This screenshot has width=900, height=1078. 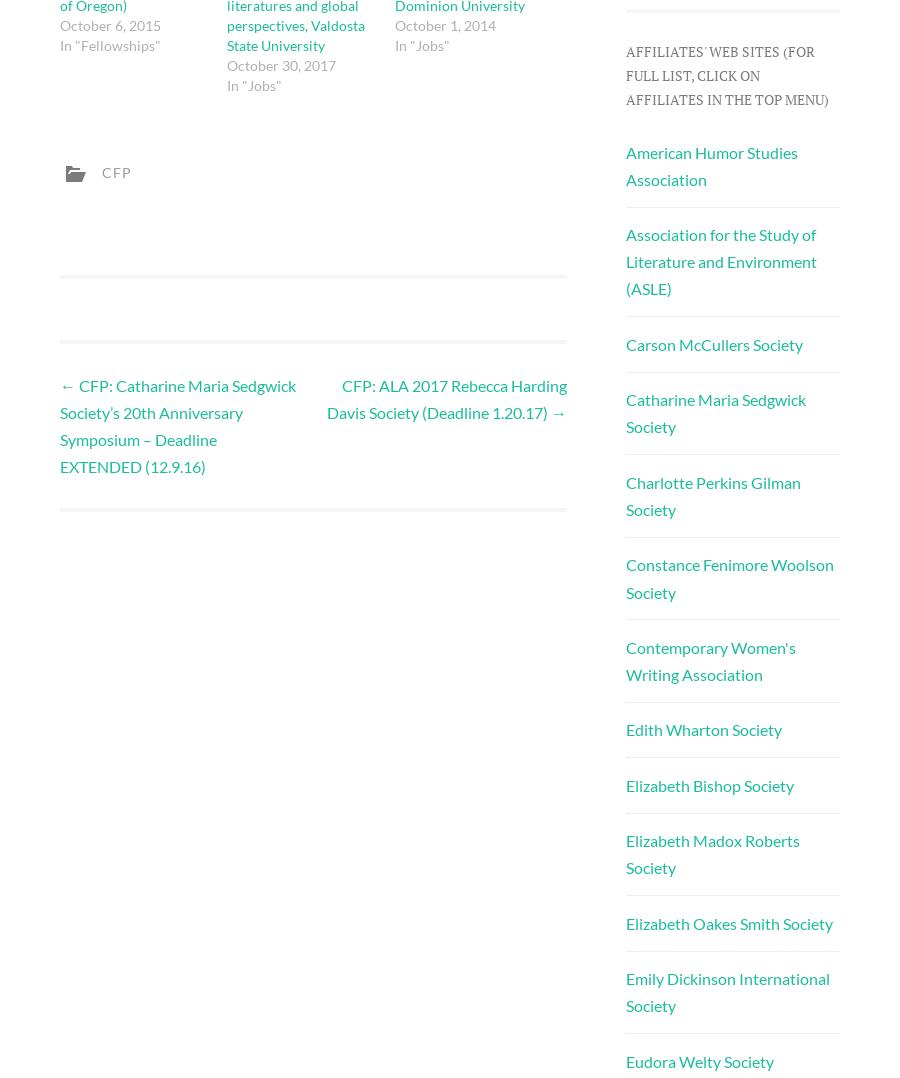 I want to click on 'Carson McCullers Society', so click(x=712, y=342).